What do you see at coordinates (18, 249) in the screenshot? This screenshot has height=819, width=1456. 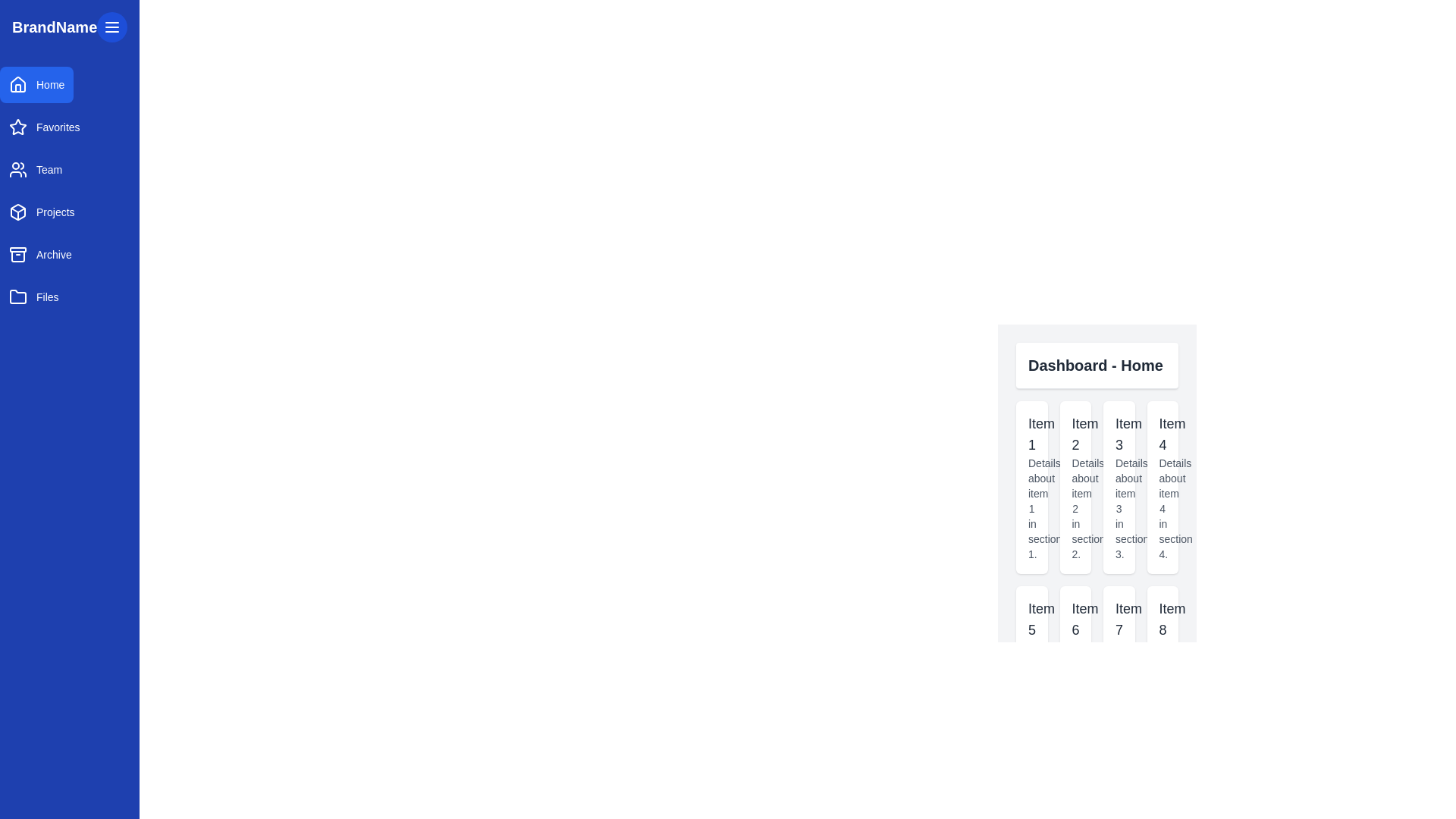 I see `the top rectangular segment of the 'Archive' menu item's icon located in the left navigation panel` at bounding box center [18, 249].